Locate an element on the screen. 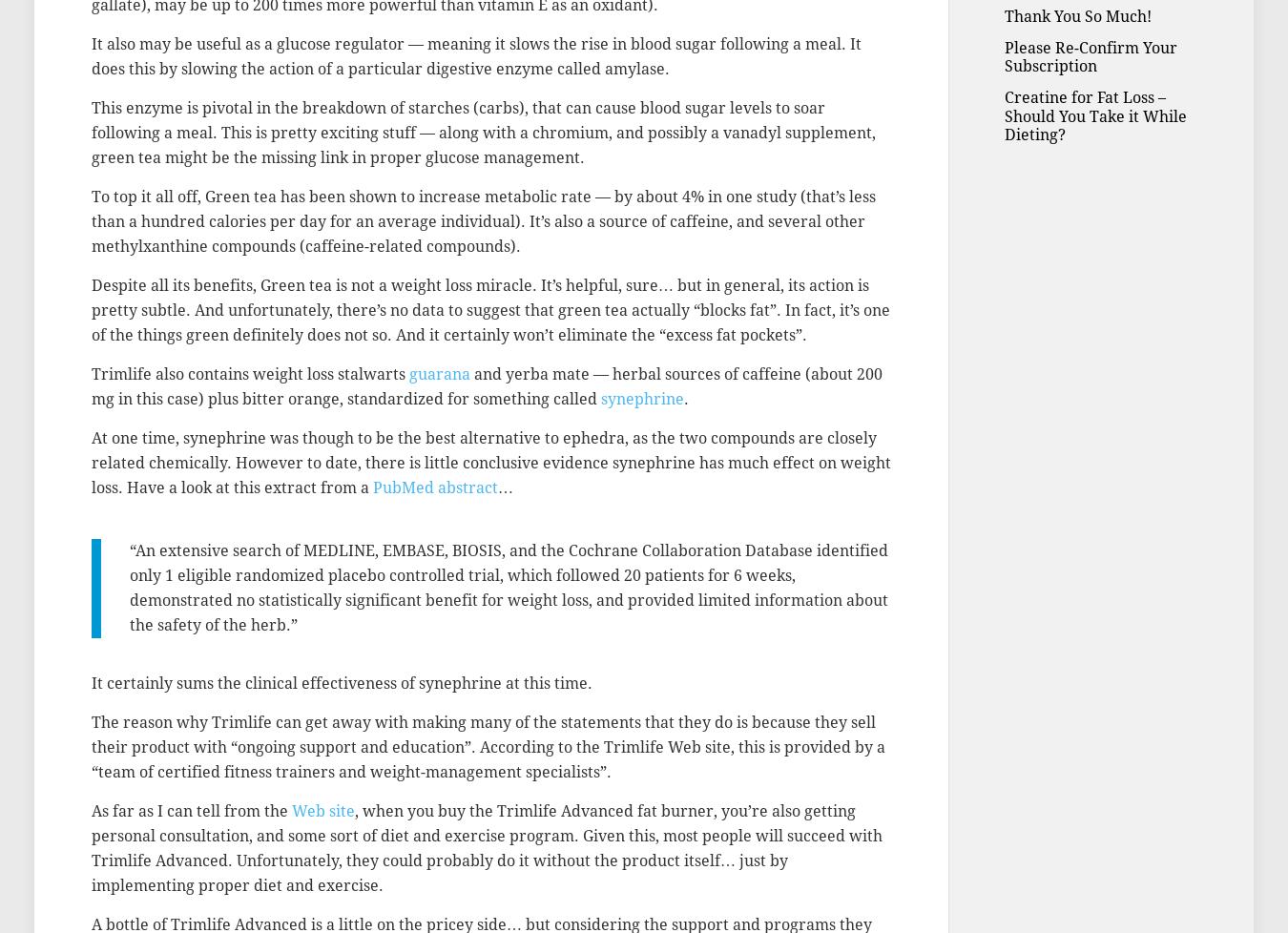 The height and width of the screenshot is (933, 1288). '.' is located at coordinates (682, 398).